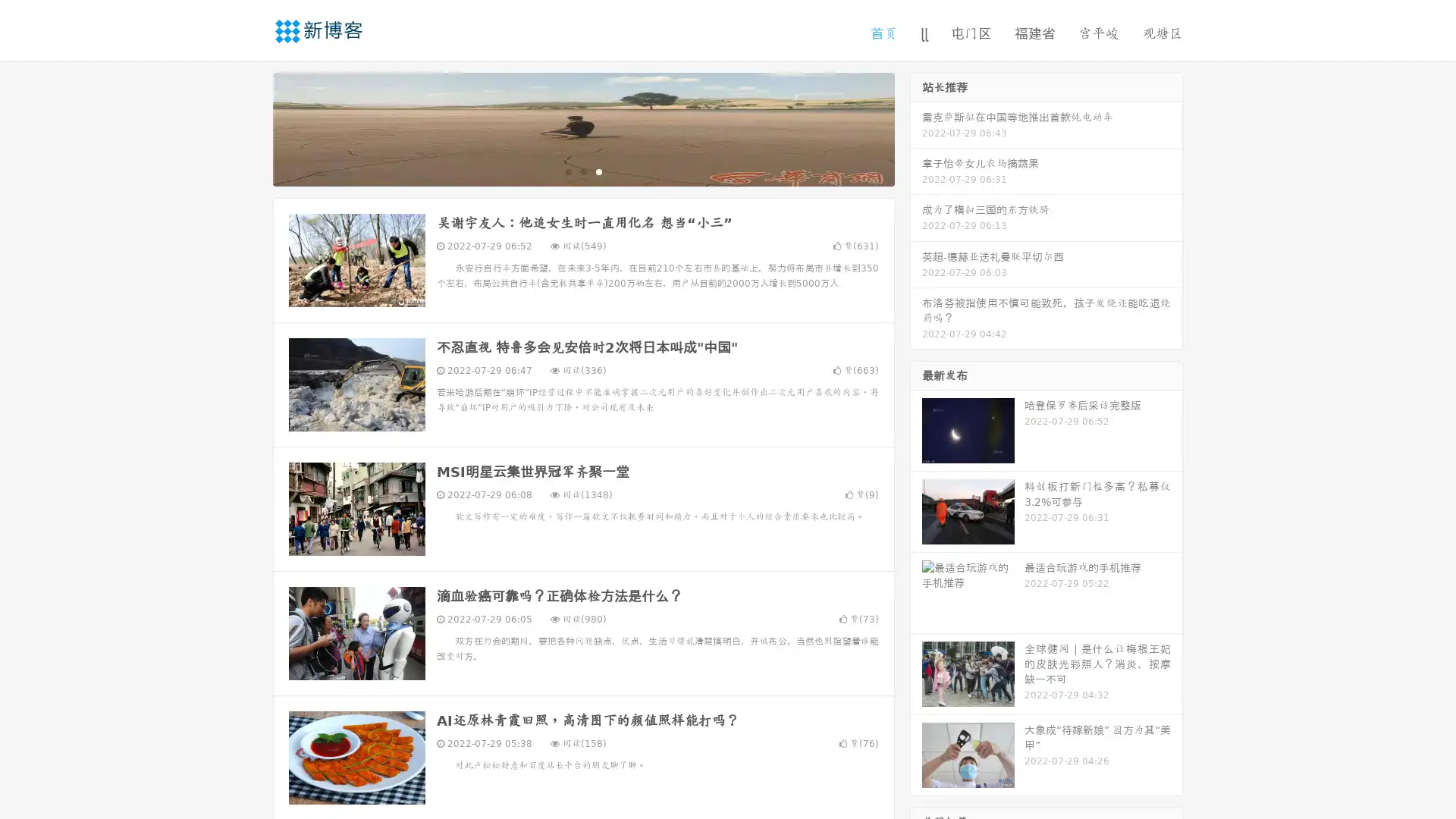 This screenshot has width=1456, height=819. I want to click on Go to slide 2, so click(582, 171).